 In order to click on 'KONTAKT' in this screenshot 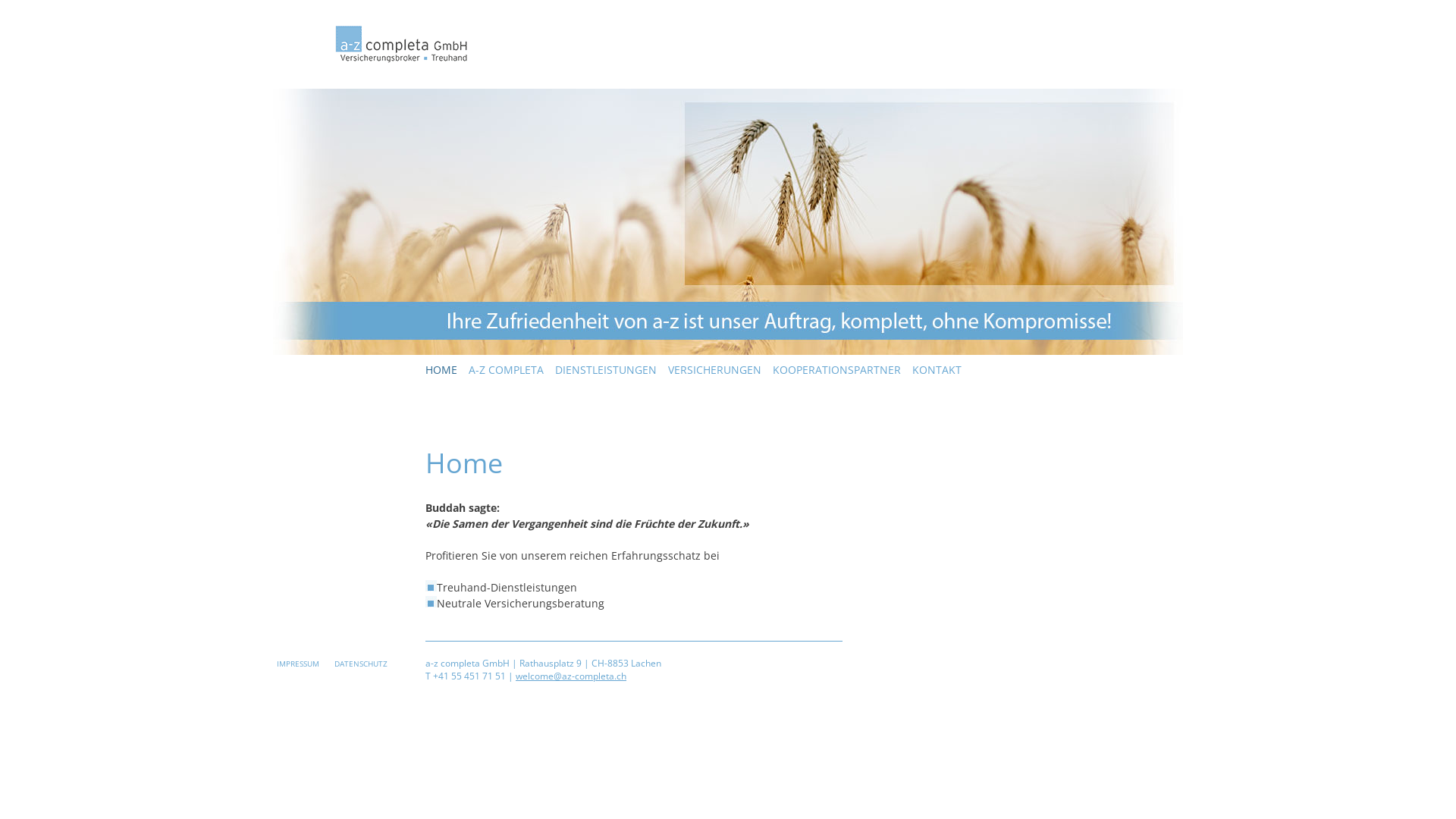, I will do `click(912, 369)`.